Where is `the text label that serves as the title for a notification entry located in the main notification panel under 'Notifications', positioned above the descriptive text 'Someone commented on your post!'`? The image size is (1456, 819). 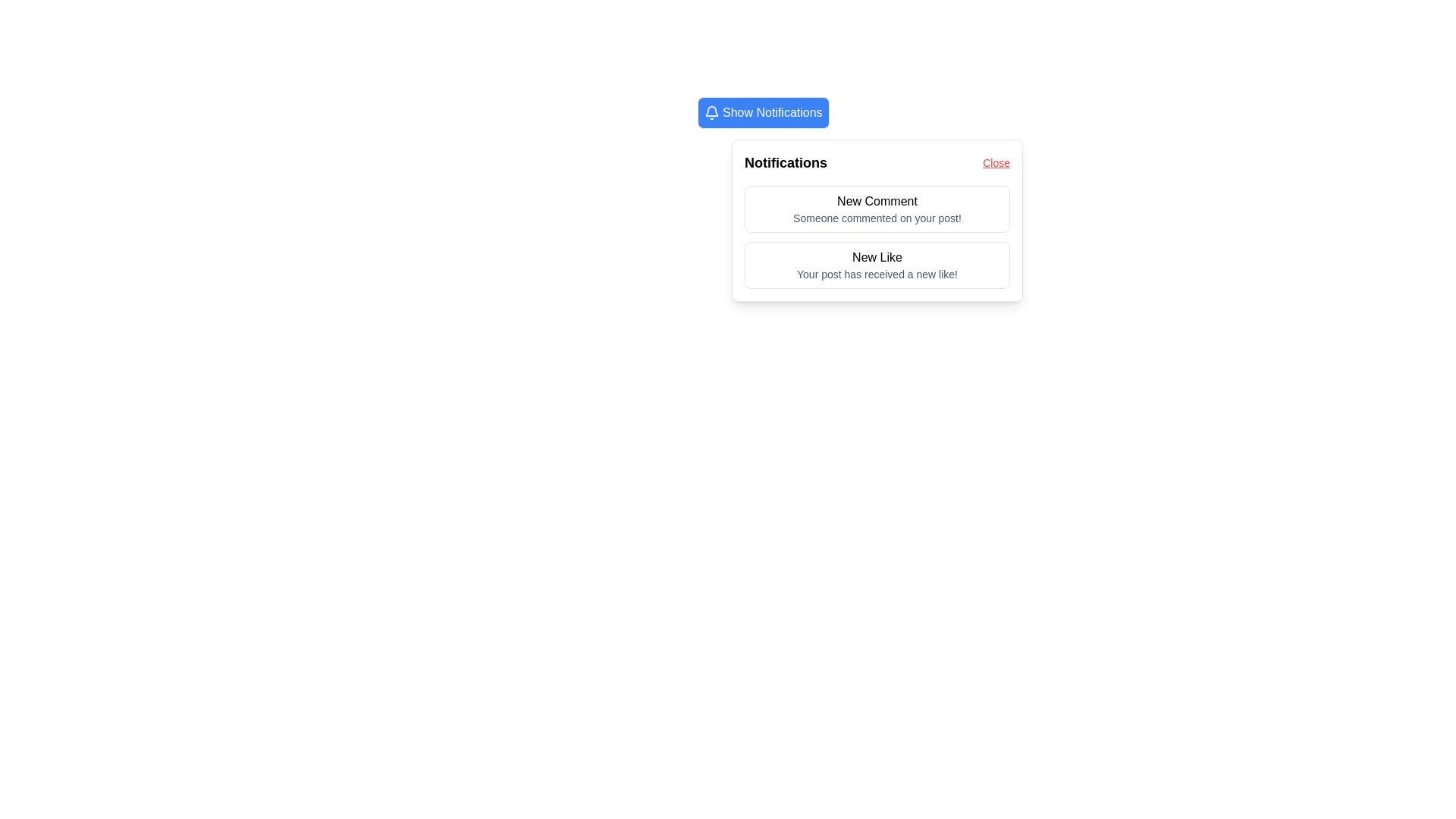 the text label that serves as the title for a notification entry located in the main notification panel under 'Notifications', positioned above the descriptive text 'Someone commented on your post!' is located at coordinates (877, 201).